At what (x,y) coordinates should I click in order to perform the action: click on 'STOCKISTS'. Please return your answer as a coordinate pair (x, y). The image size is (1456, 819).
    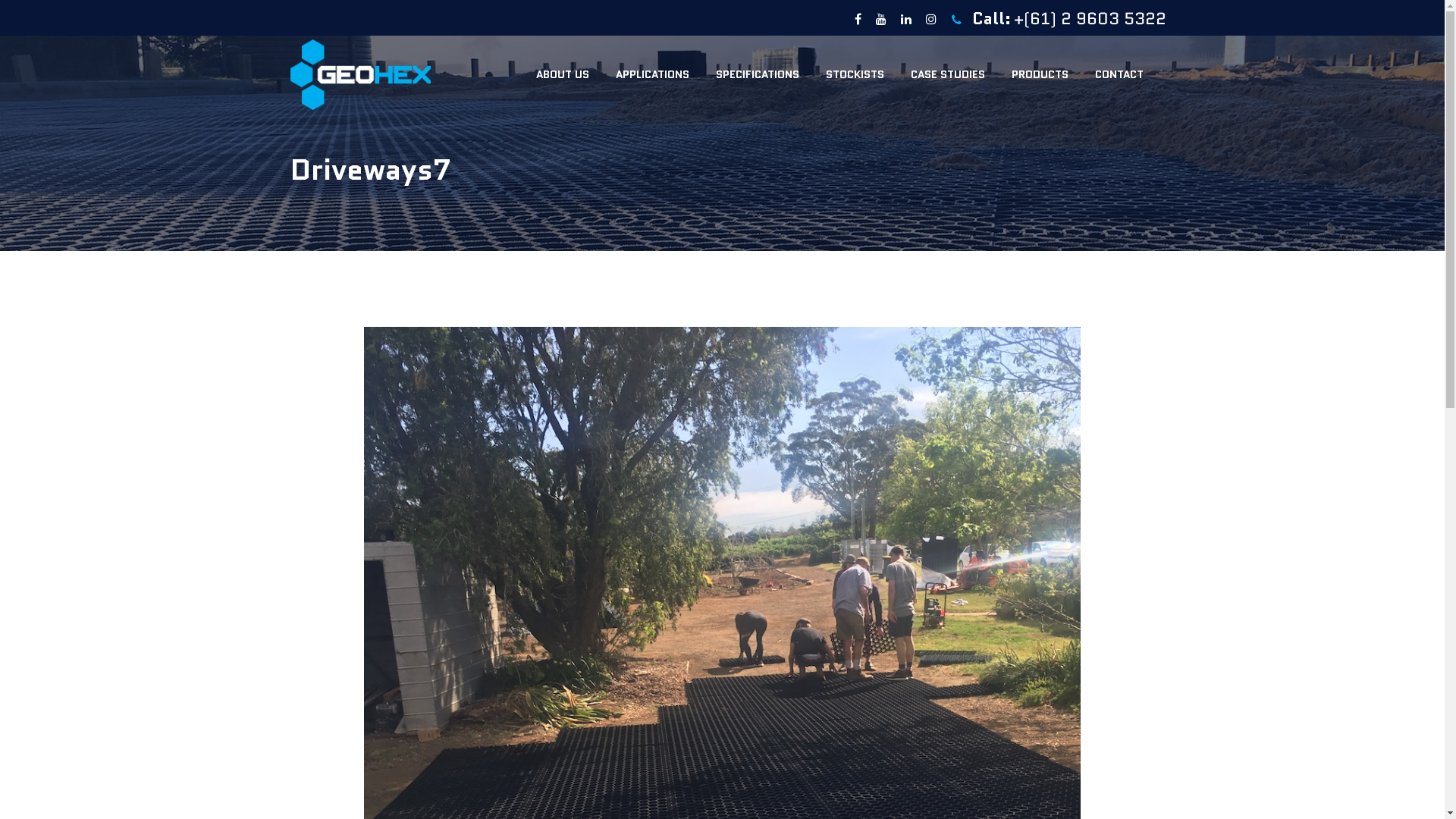
    Looking at the image, I should click on (855, 74).